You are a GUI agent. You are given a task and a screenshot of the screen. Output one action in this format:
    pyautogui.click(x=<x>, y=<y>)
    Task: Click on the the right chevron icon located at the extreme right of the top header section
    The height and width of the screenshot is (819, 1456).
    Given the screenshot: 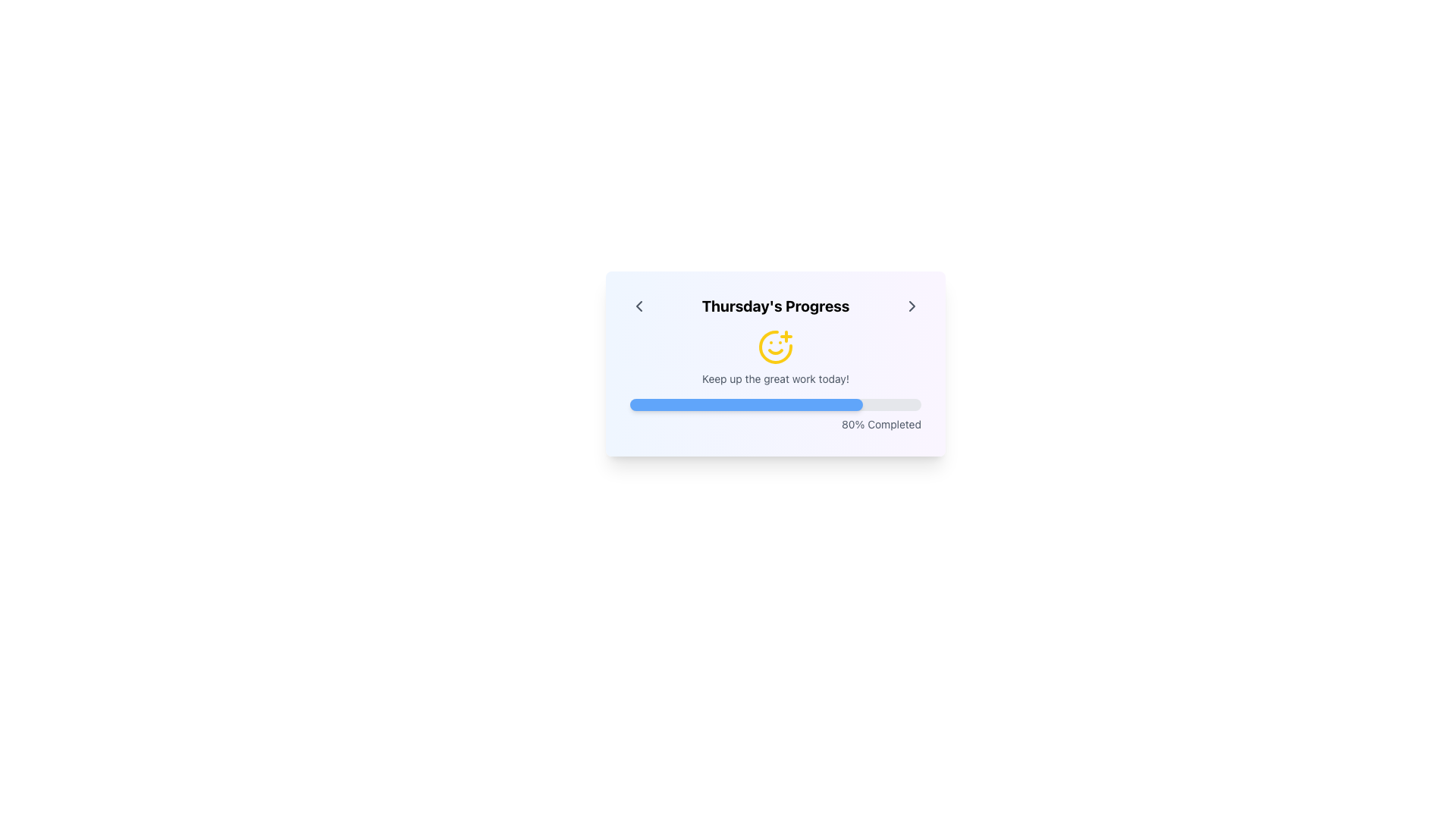 What is the action you would take?
    pyautogui.click(x=912, y=306)
    